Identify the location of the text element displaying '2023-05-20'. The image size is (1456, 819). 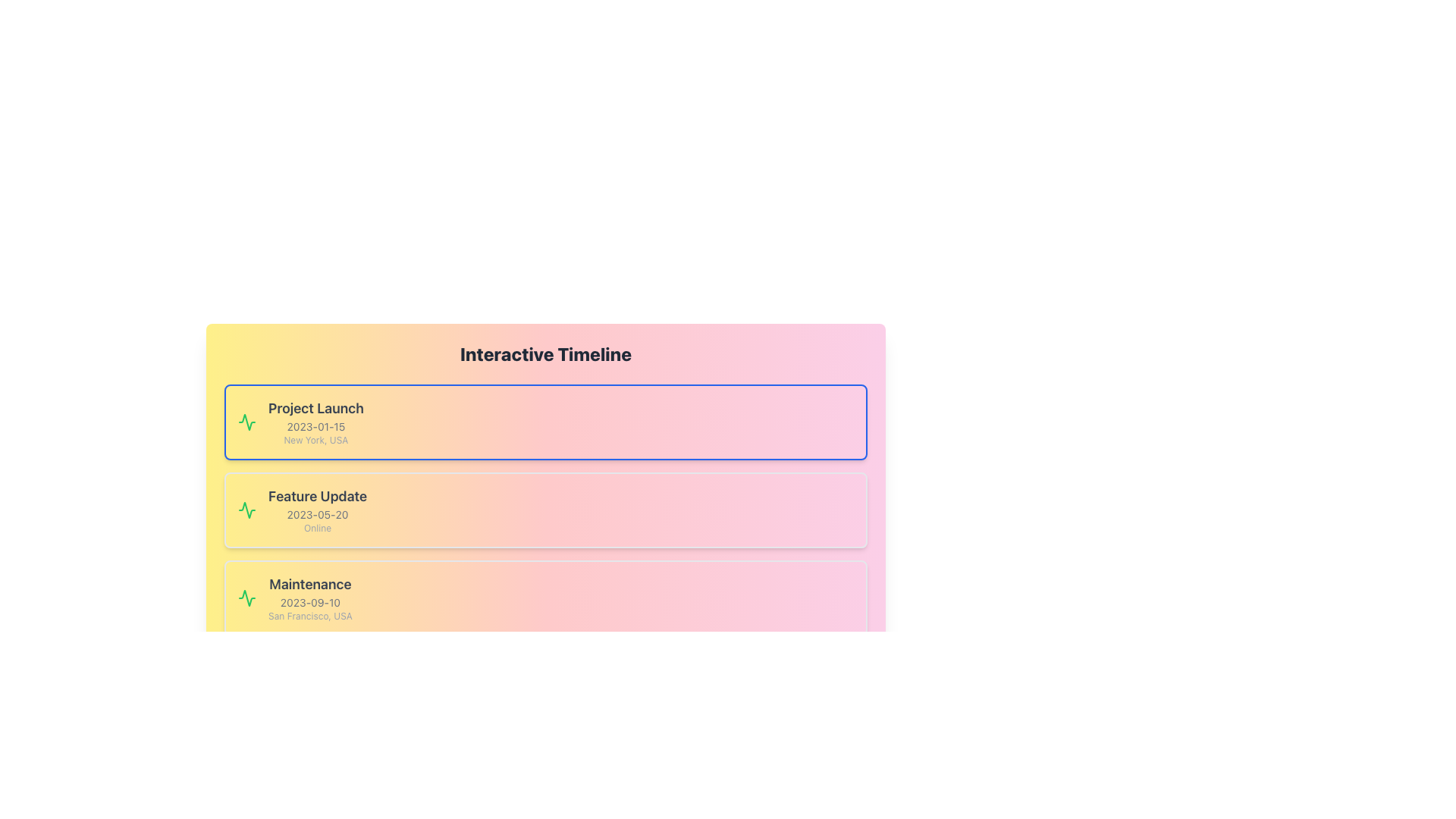
(317, 513).